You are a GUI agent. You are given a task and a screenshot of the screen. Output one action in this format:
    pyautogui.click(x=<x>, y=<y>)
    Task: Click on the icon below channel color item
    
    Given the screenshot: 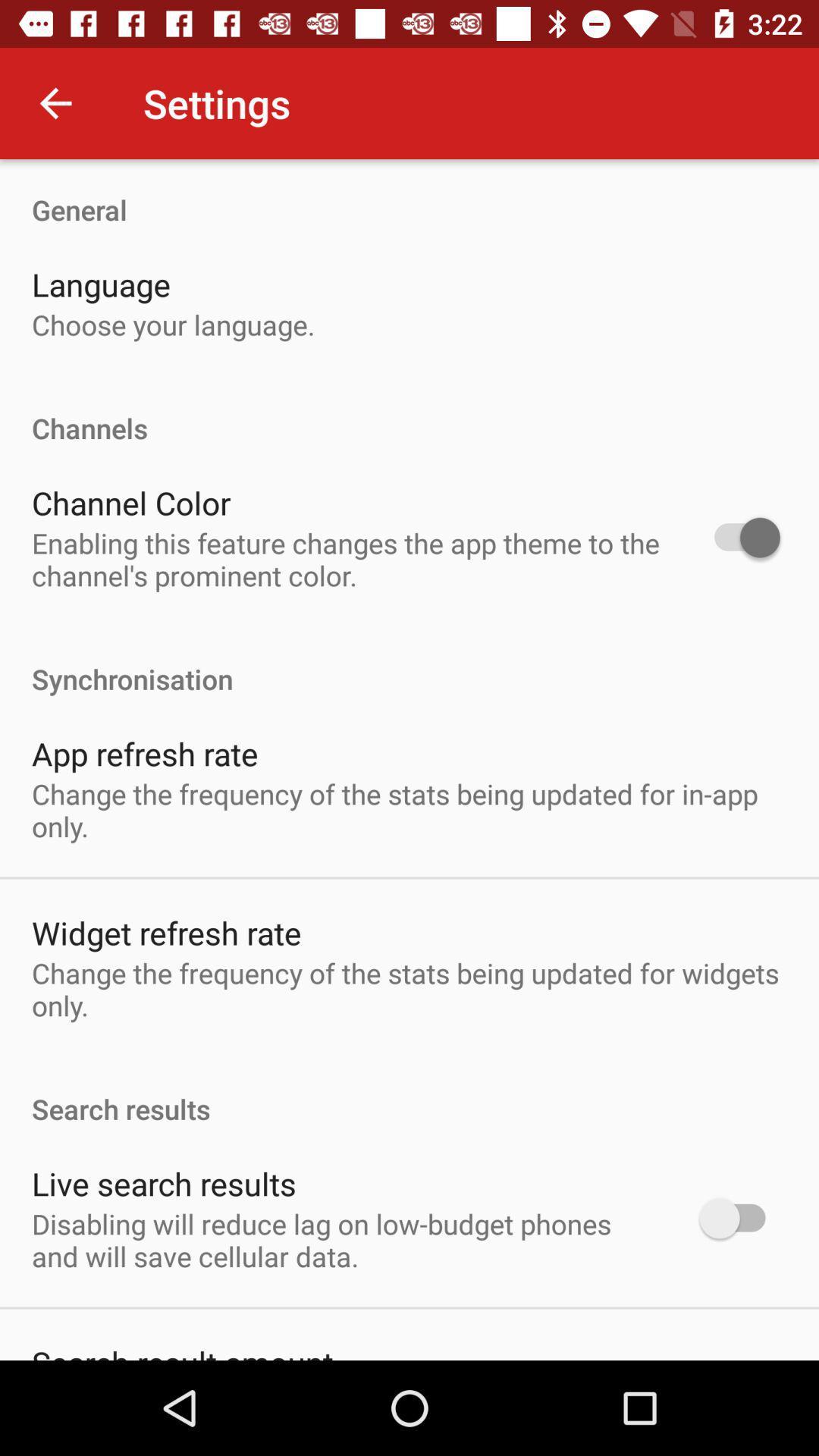 What is the action you would take?
    pyautogui.click(x=346, y=558)
    